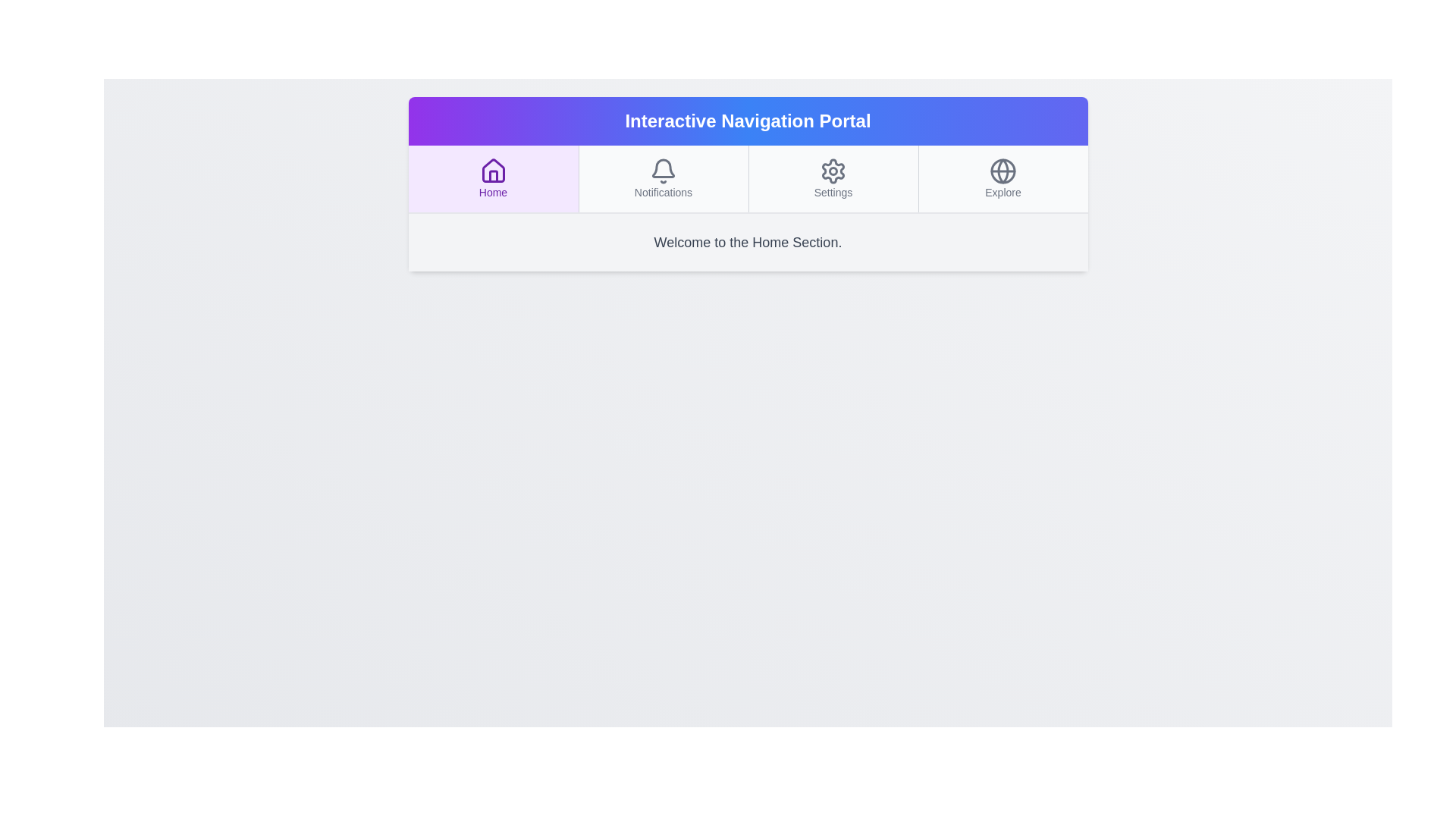 This screenshot has height=819, width=1456. Describe the element at coordinates (748, 242) in the screenshot. I see `the text block that reads 'Welcome to the Home Section.' which is styled with a centered alignment and a light gray background, positioned below the navigation bar` at that location.